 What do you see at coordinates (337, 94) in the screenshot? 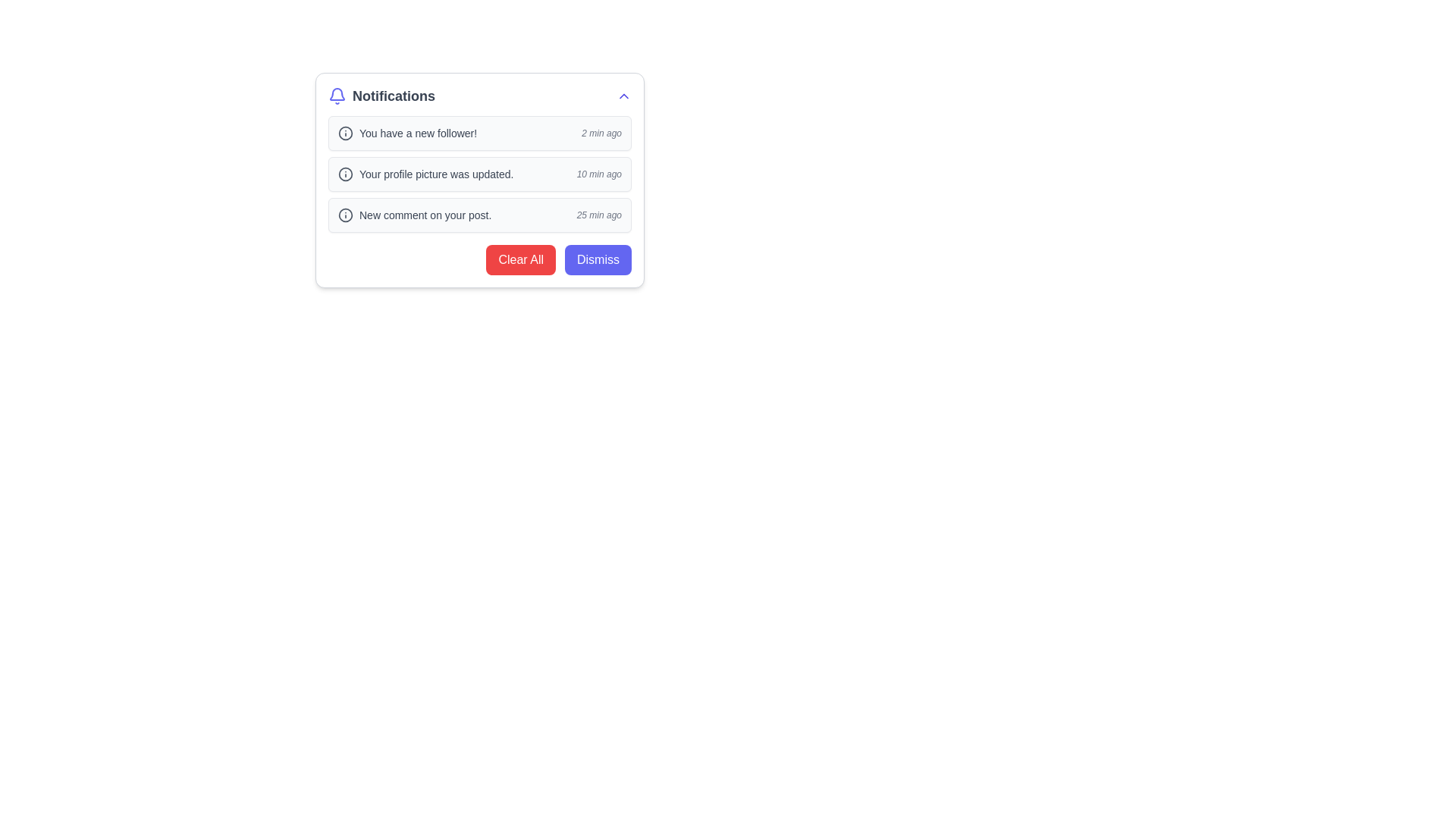
I see `the lower curved part of the bell icon in the notifications header, which indicates alerts or updates` at bounding box center [337, 94].